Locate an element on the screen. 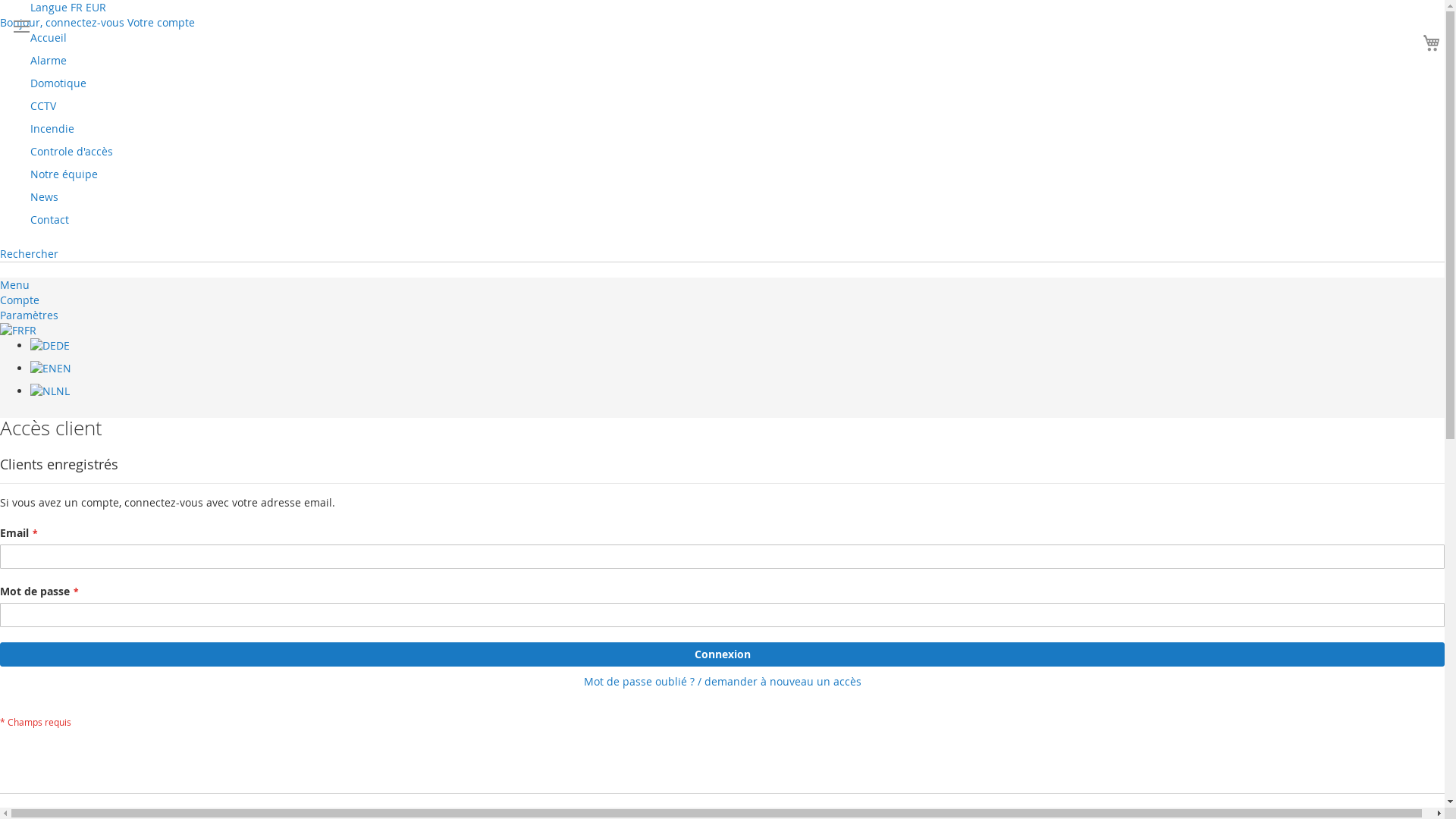 The image size is (1456, 819). 'FR' is located at coordinates (18, 329).